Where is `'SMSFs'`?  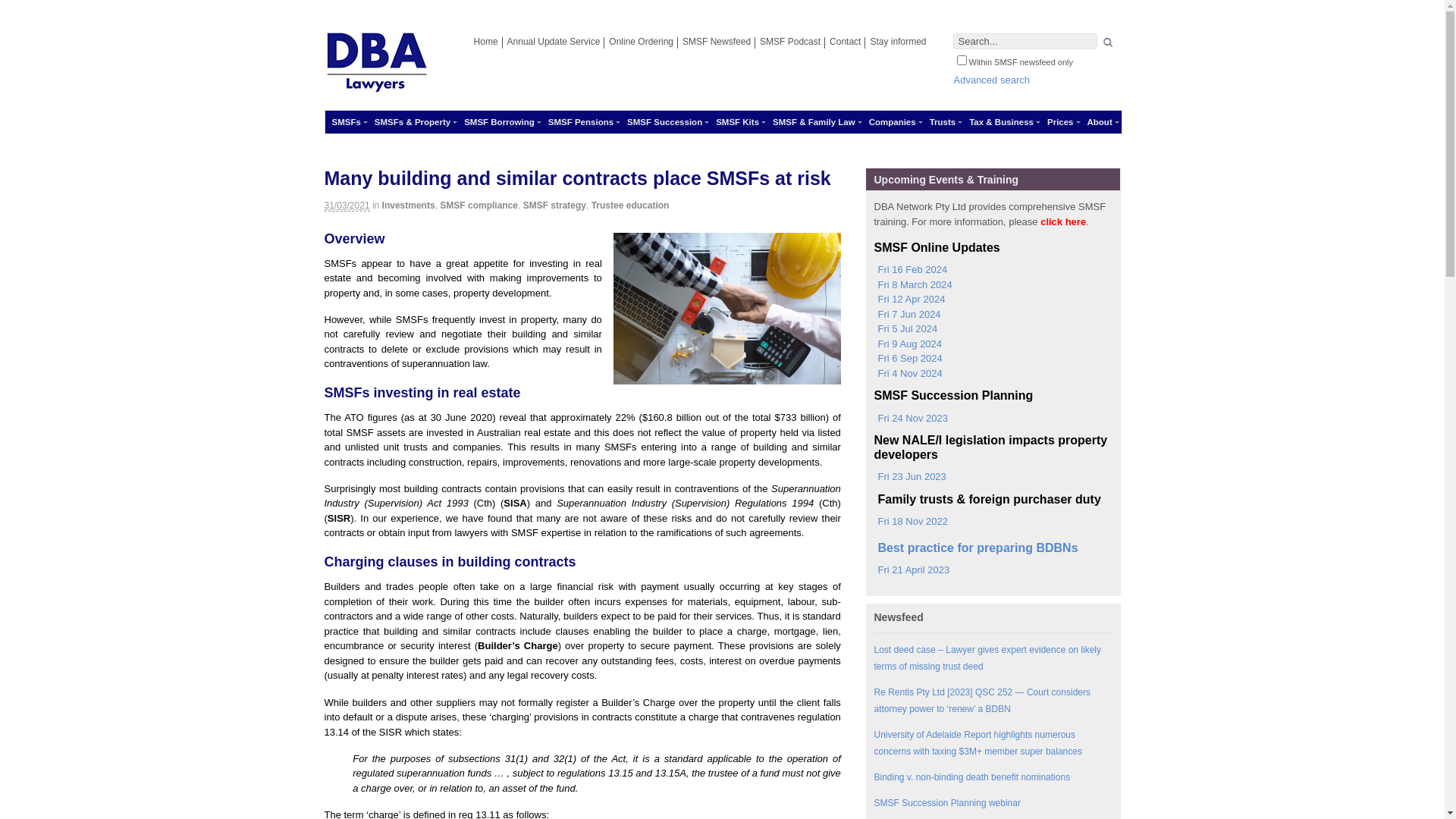
'SMSFs' is located at coordinates (323, 121).